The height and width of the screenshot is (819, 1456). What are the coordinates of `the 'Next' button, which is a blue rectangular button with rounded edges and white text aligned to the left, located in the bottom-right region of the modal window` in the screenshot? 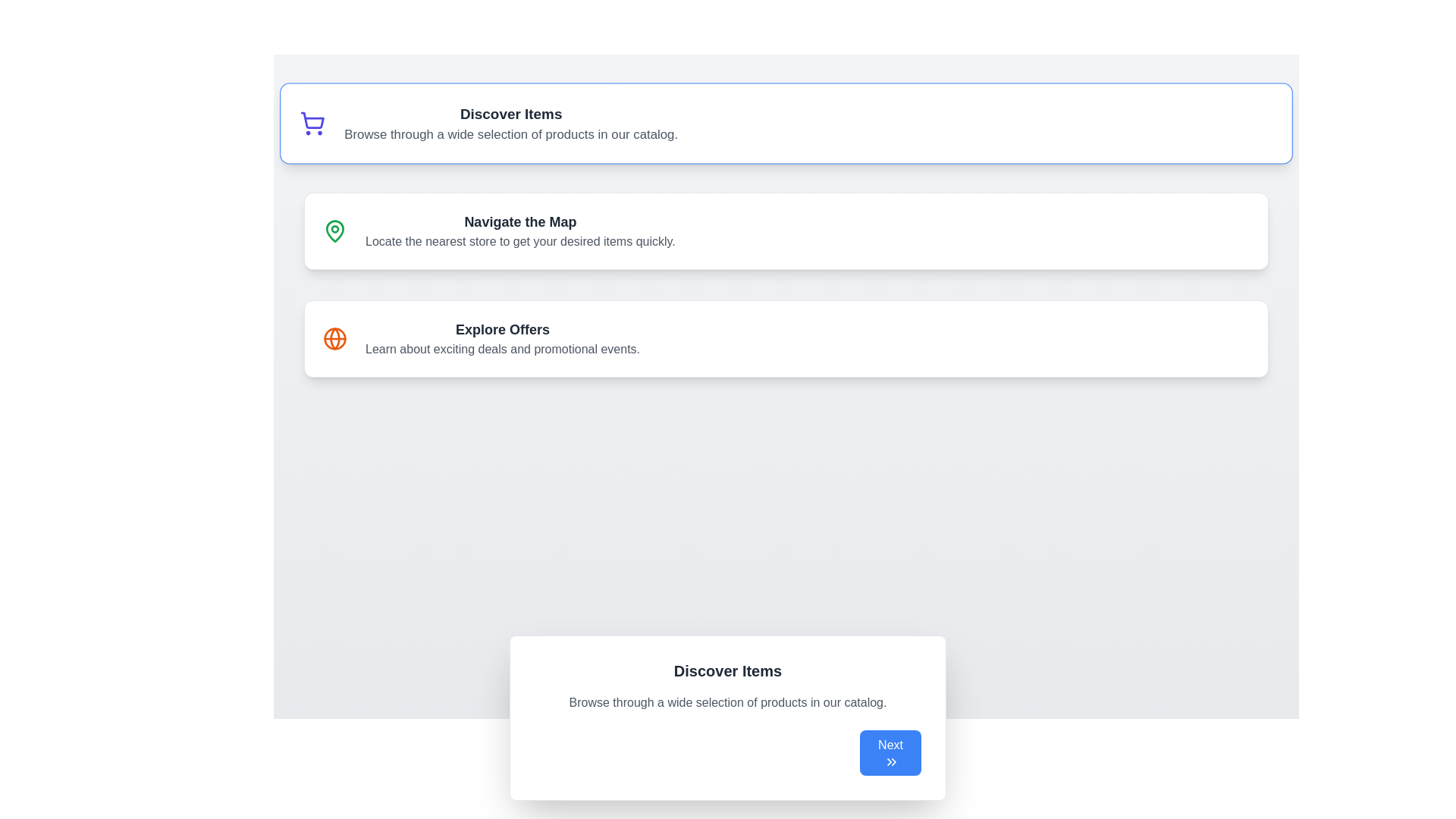 It's located at (890, 752).